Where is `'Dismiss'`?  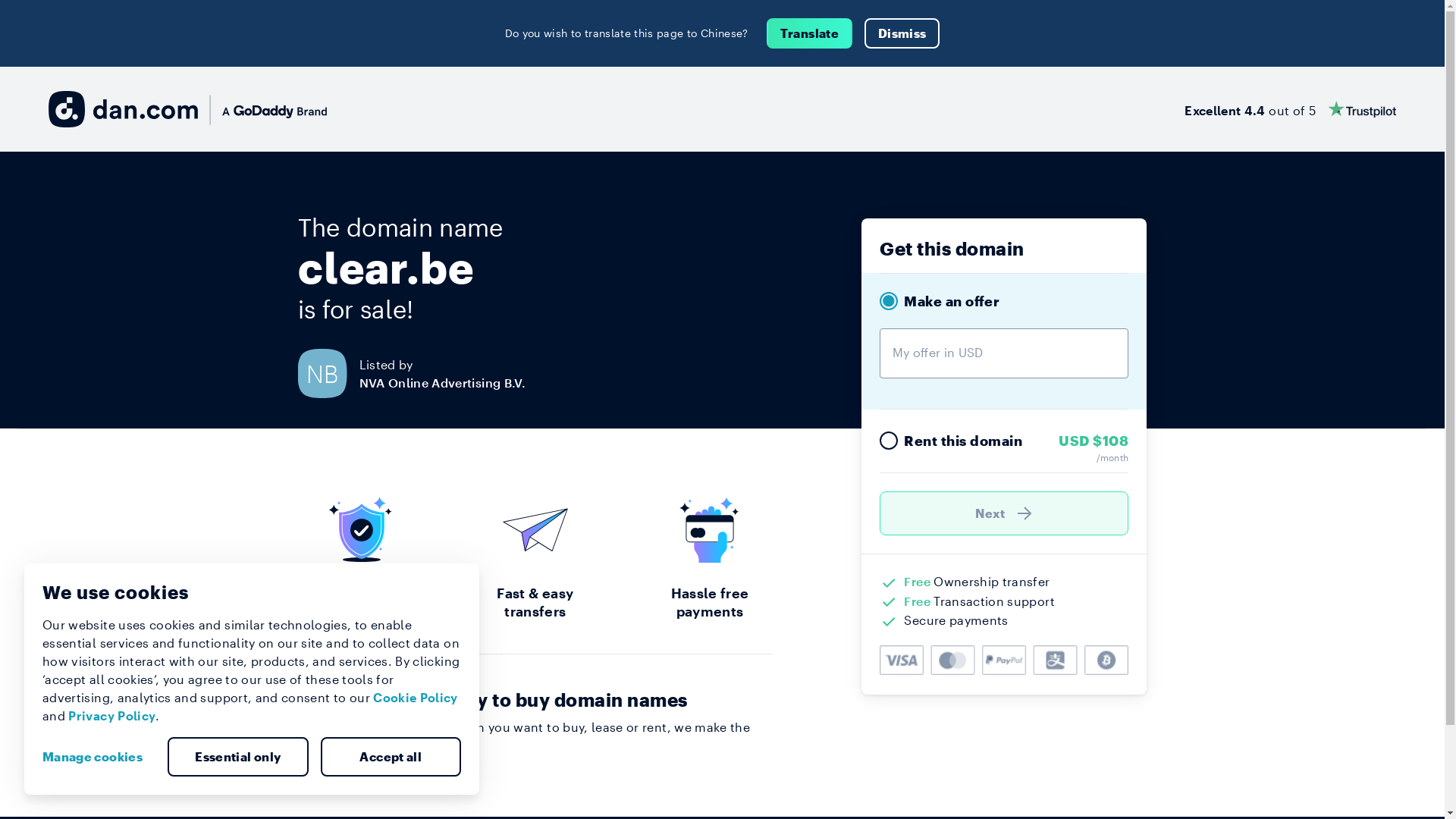 'Dismiss' is located at coordinates (902, 33).